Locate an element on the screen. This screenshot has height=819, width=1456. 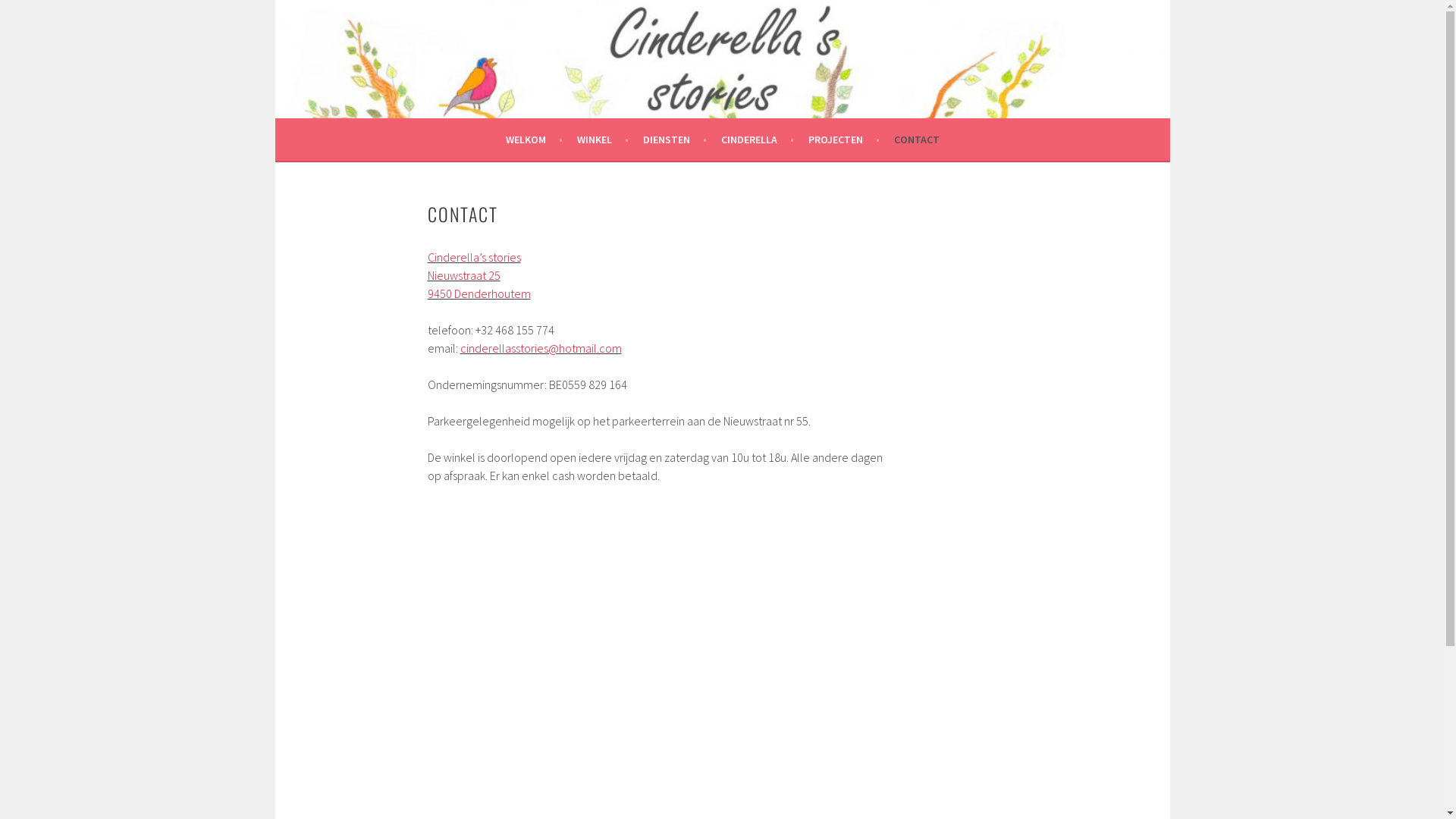
'PROJECTEN' is located at coordinates (843, 140).